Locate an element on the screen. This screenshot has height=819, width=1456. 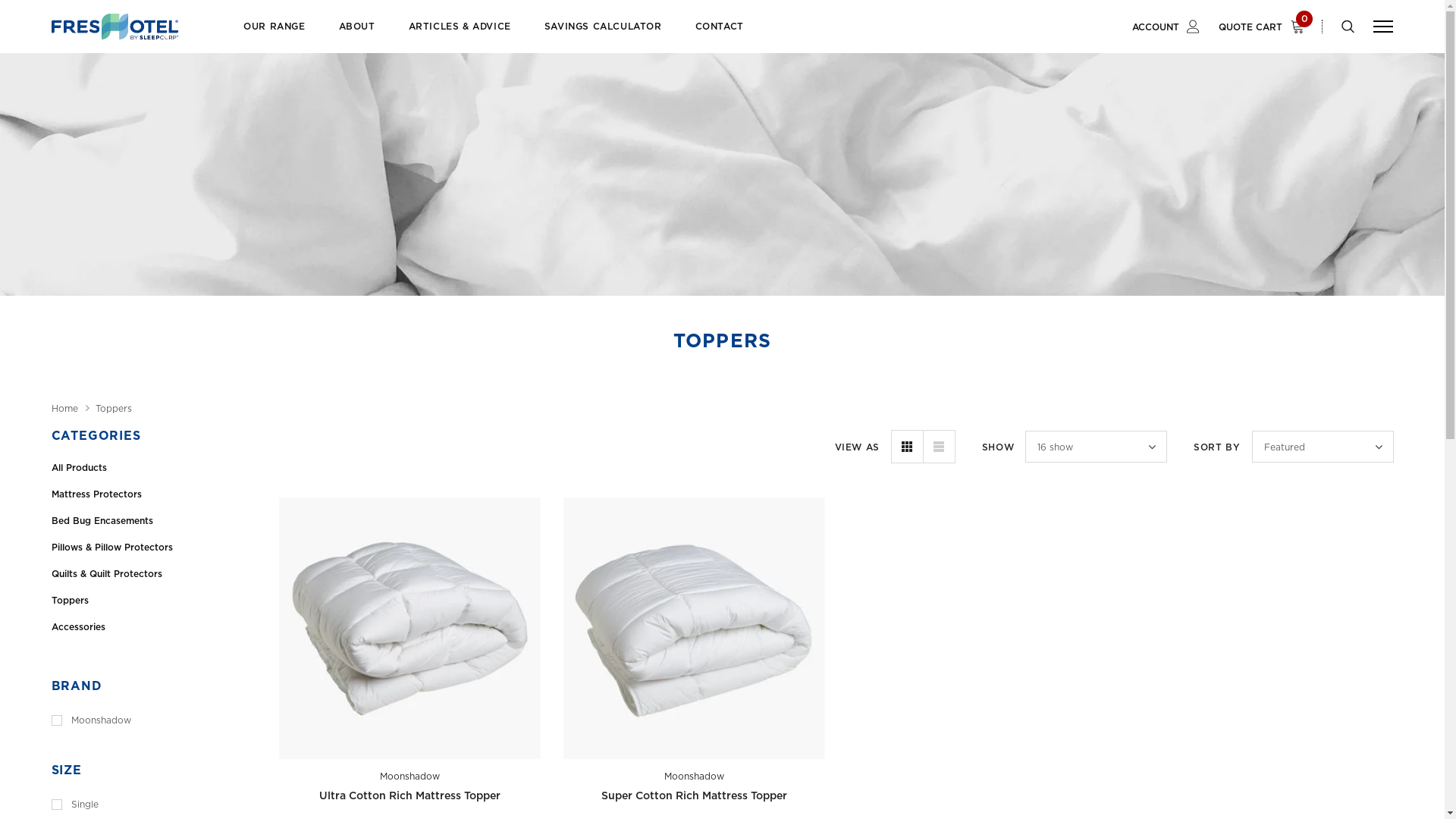
'Mattress Protectors' is located at coordinates (51, 494).